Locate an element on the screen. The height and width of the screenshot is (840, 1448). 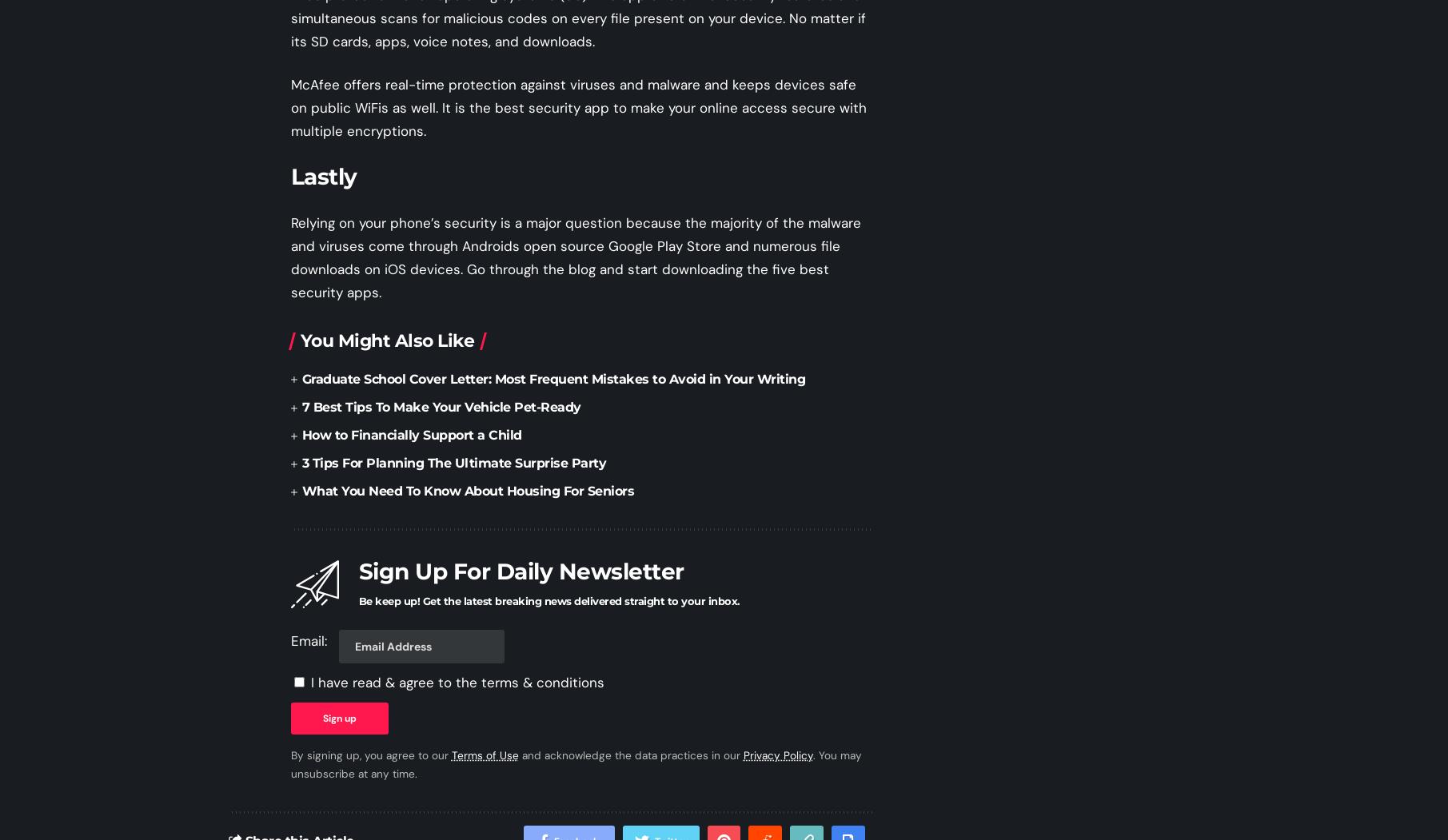
'3 Tips For Planning The Ultimate Surprise Party' is located at coordinates (453, 463).